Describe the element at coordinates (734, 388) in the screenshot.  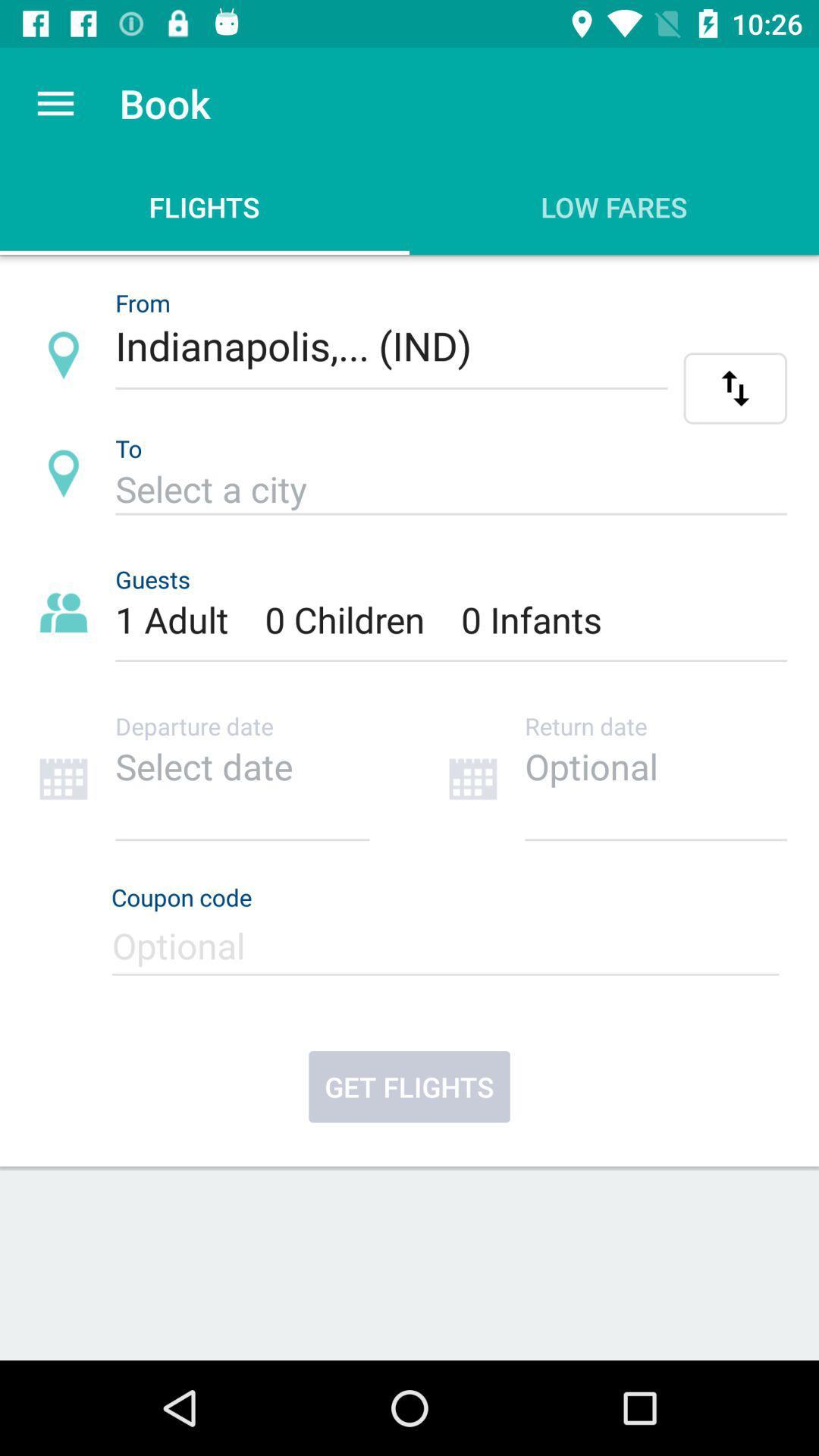
I see `flip location button` at that location.